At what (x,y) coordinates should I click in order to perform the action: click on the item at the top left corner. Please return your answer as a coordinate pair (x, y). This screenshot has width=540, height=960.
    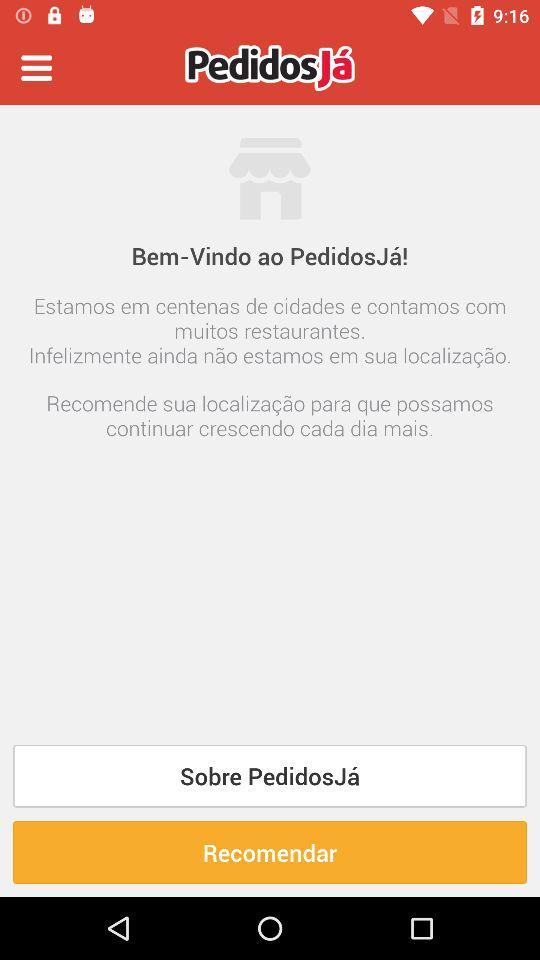
    Looking at the image, I should click on (36, 68).